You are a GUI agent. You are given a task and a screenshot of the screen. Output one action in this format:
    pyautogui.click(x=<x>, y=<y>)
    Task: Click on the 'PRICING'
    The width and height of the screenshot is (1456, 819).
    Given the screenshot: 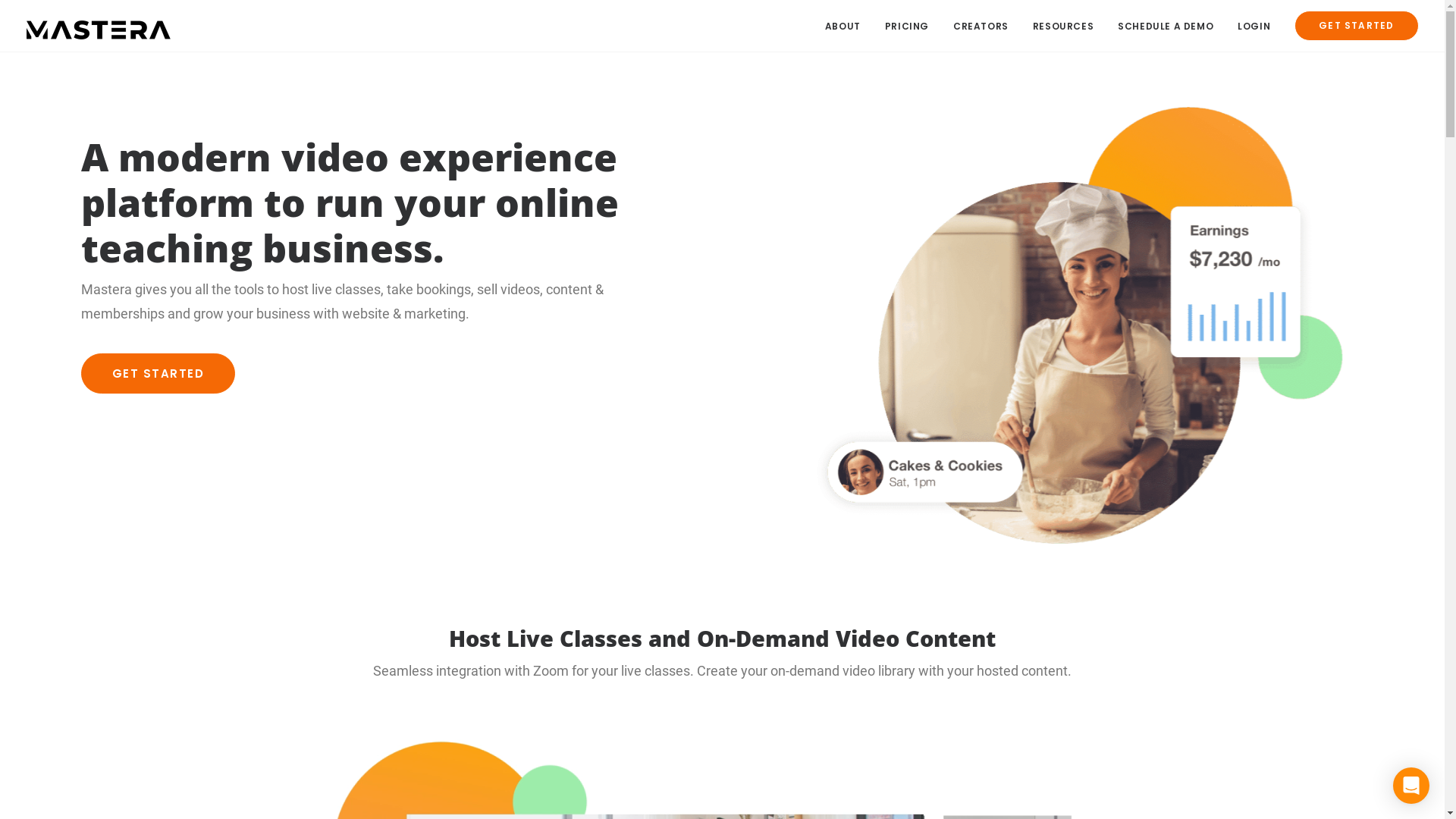 What is the action you would take?
    pyautogui.click(x=906, y=26)
    